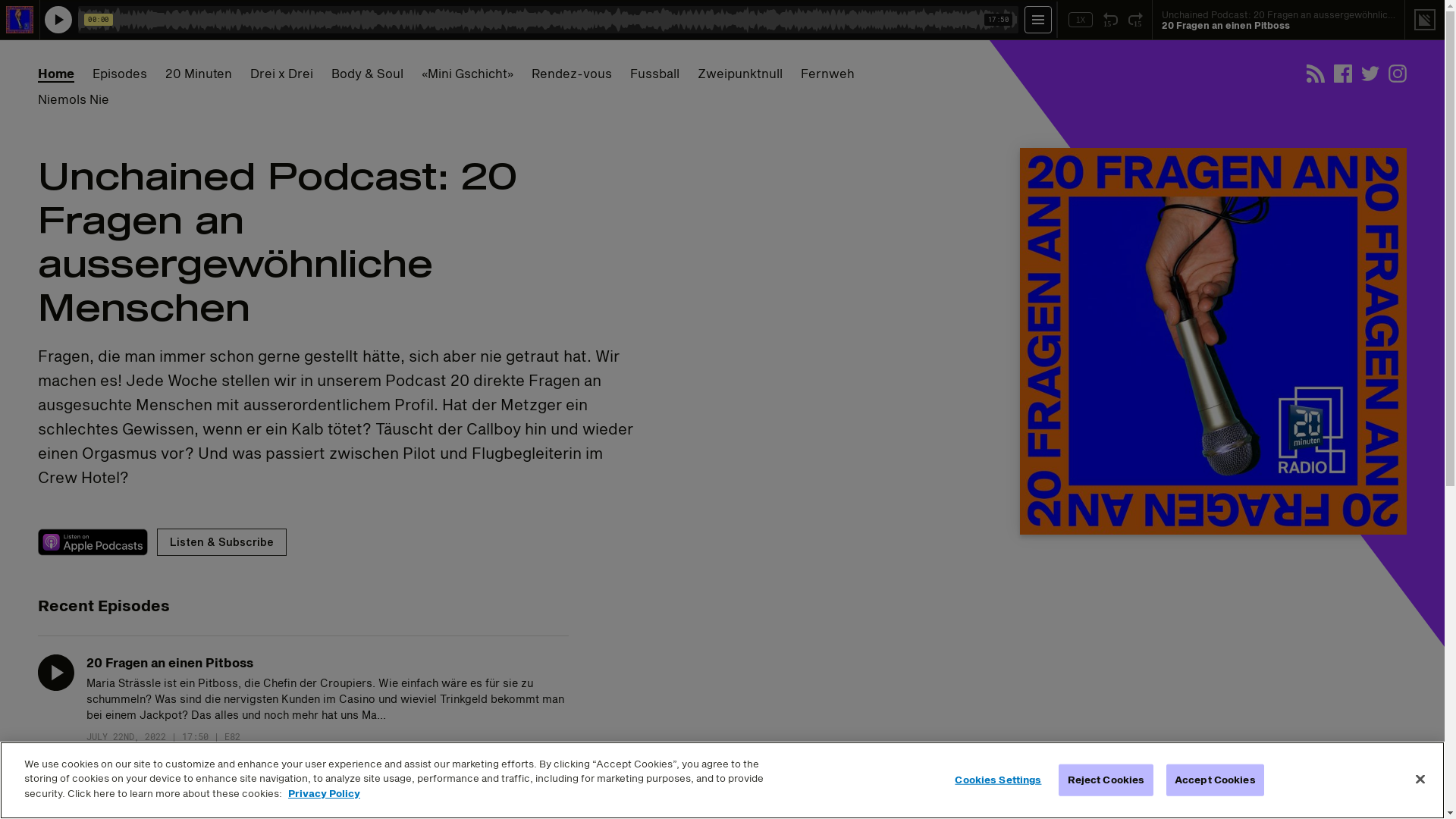  What do you see at coordinates (1215, 780) in the screenshot?
I see `'Accept Cookies'` at bounding box center [1215, 780].